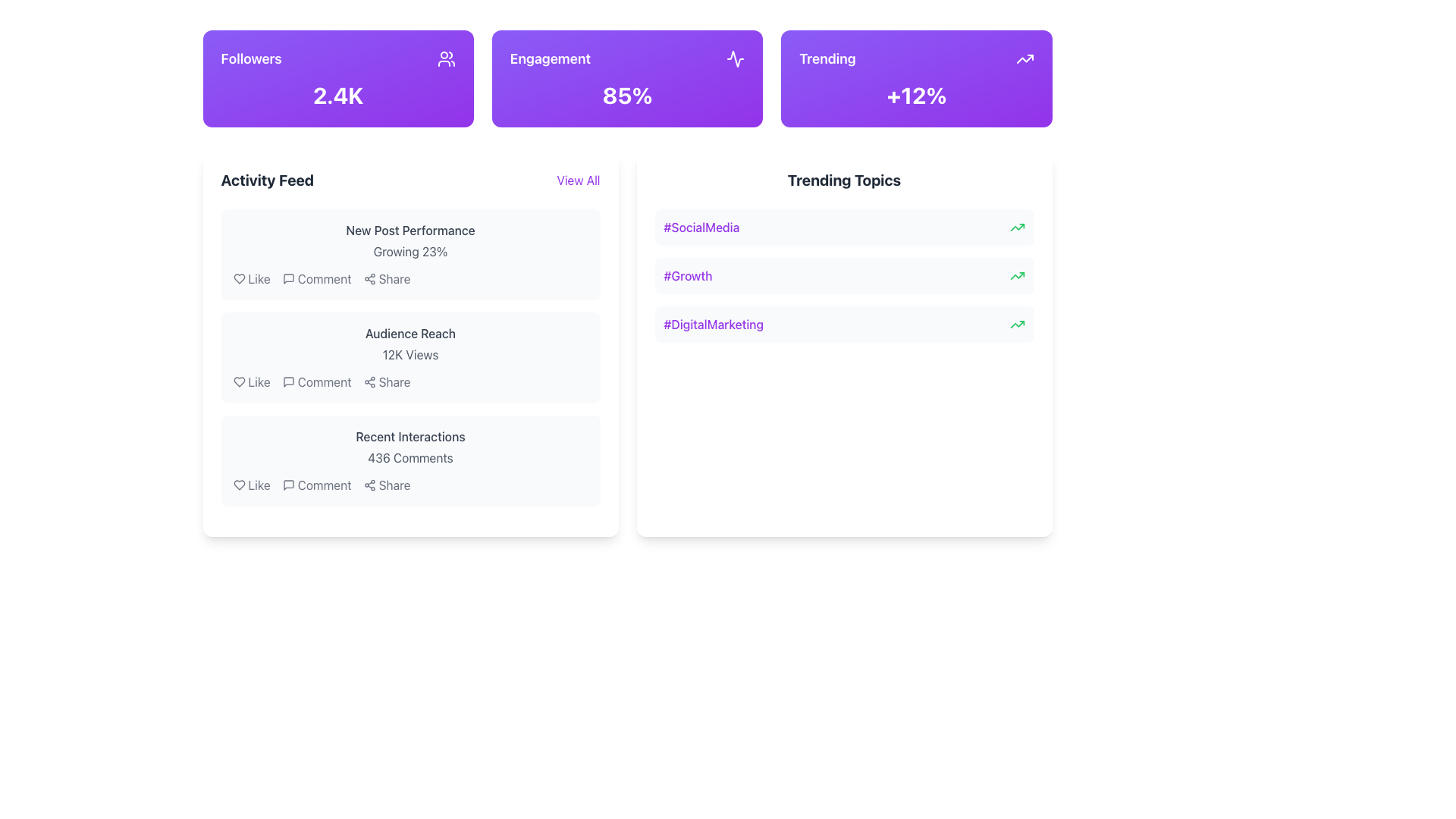 This screenshot has width=1456, height=819. I want to click on the second hashtag in the 'Trending Topics' list, which is located beneath '#SocialMedia' and above '#DigitalMarketing', so click(687, 275).